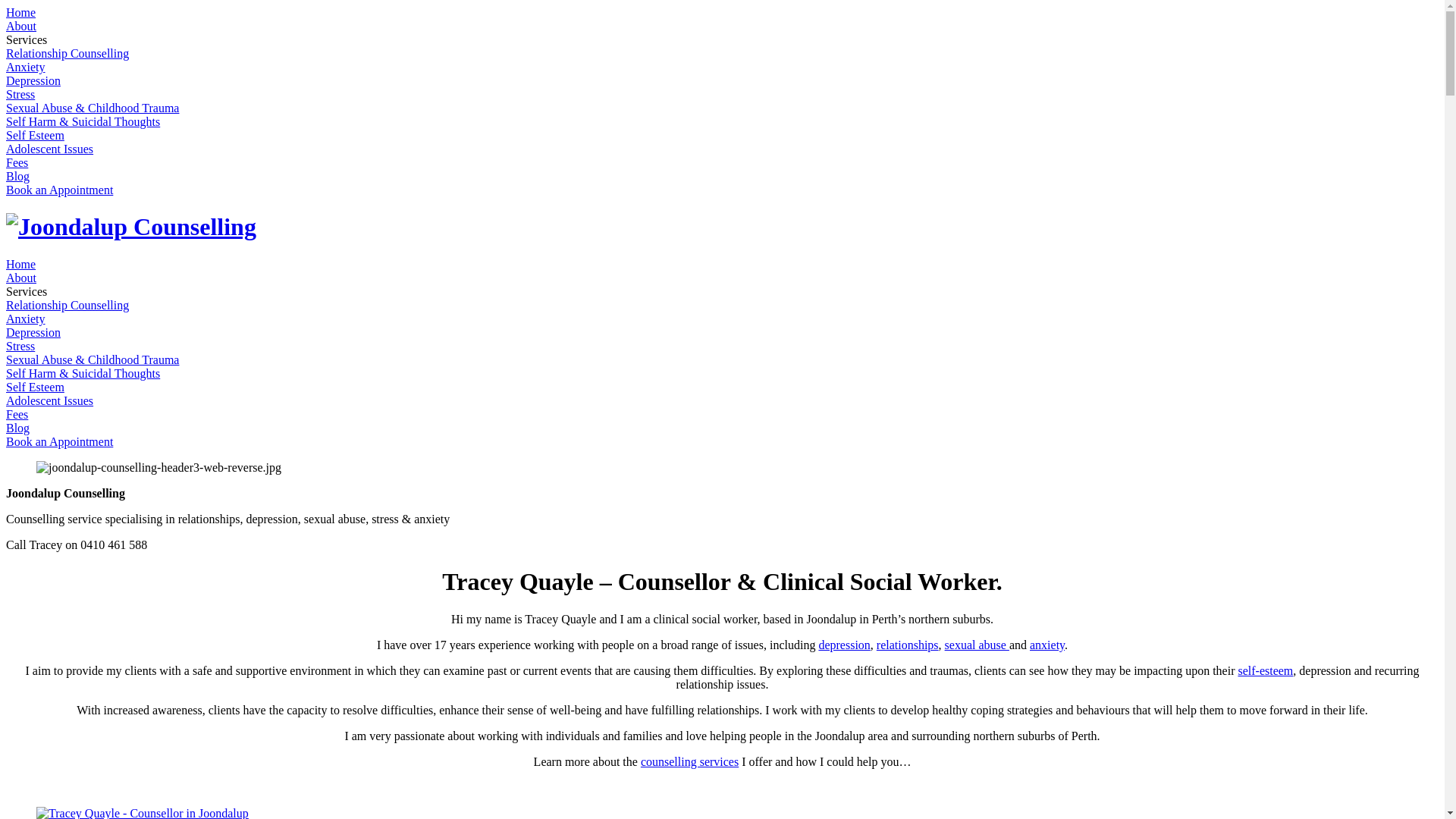 The height and width of the screenshot is (819, 1456). I want to click on 'Blog', so click(17, 175).